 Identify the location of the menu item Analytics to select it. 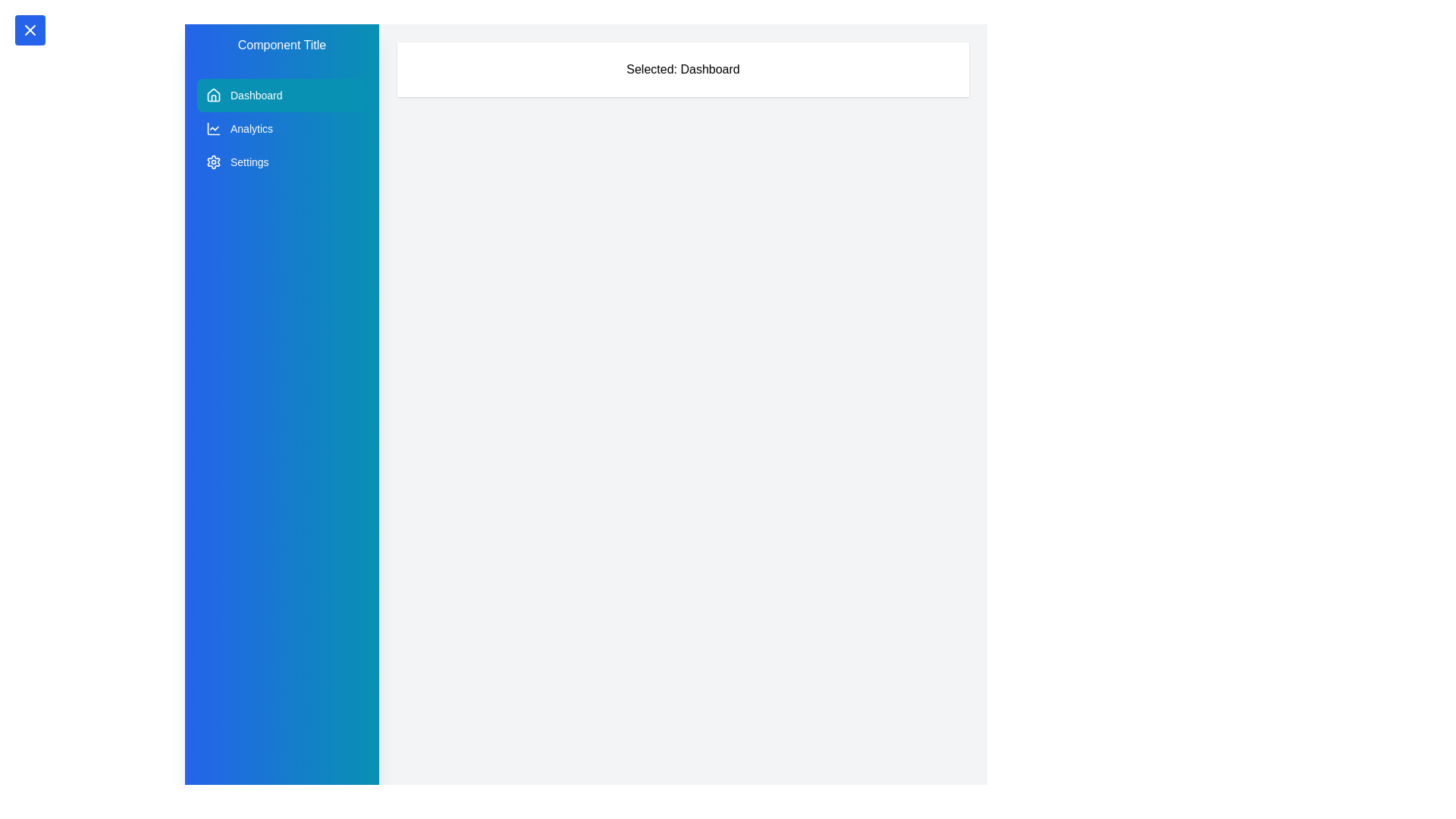
(282, 127).